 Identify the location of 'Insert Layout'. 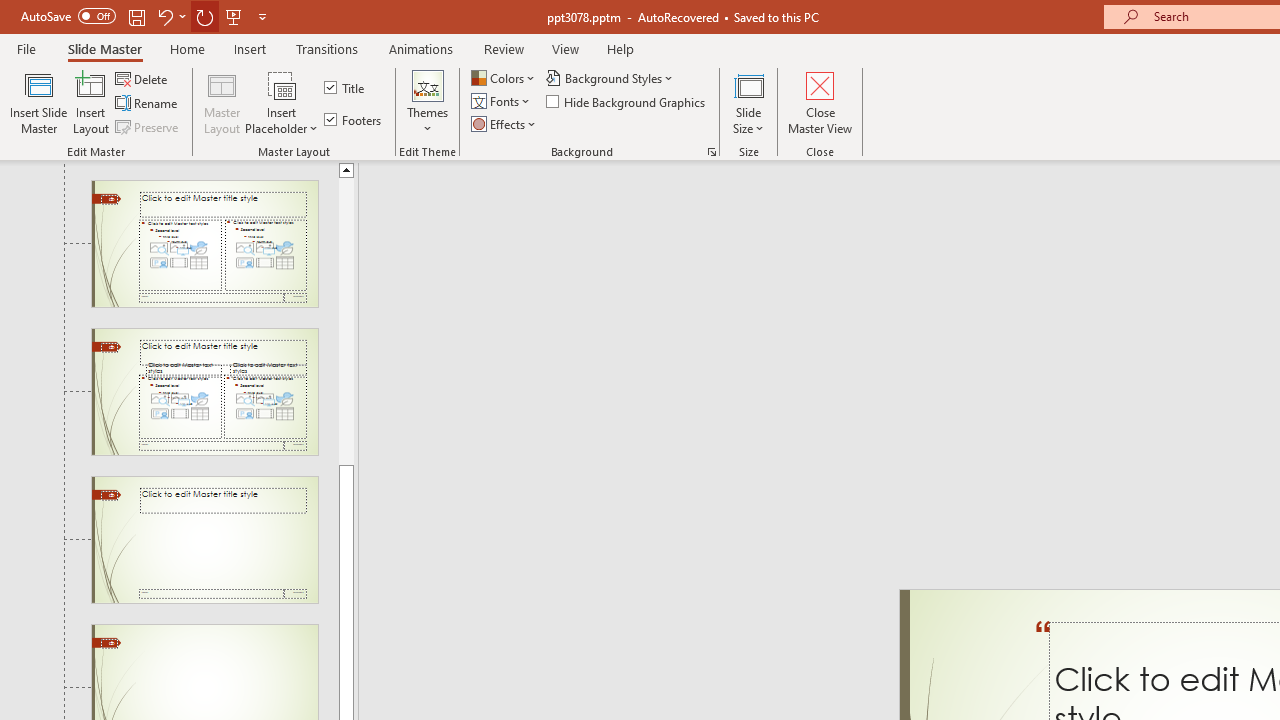
(90, 103).